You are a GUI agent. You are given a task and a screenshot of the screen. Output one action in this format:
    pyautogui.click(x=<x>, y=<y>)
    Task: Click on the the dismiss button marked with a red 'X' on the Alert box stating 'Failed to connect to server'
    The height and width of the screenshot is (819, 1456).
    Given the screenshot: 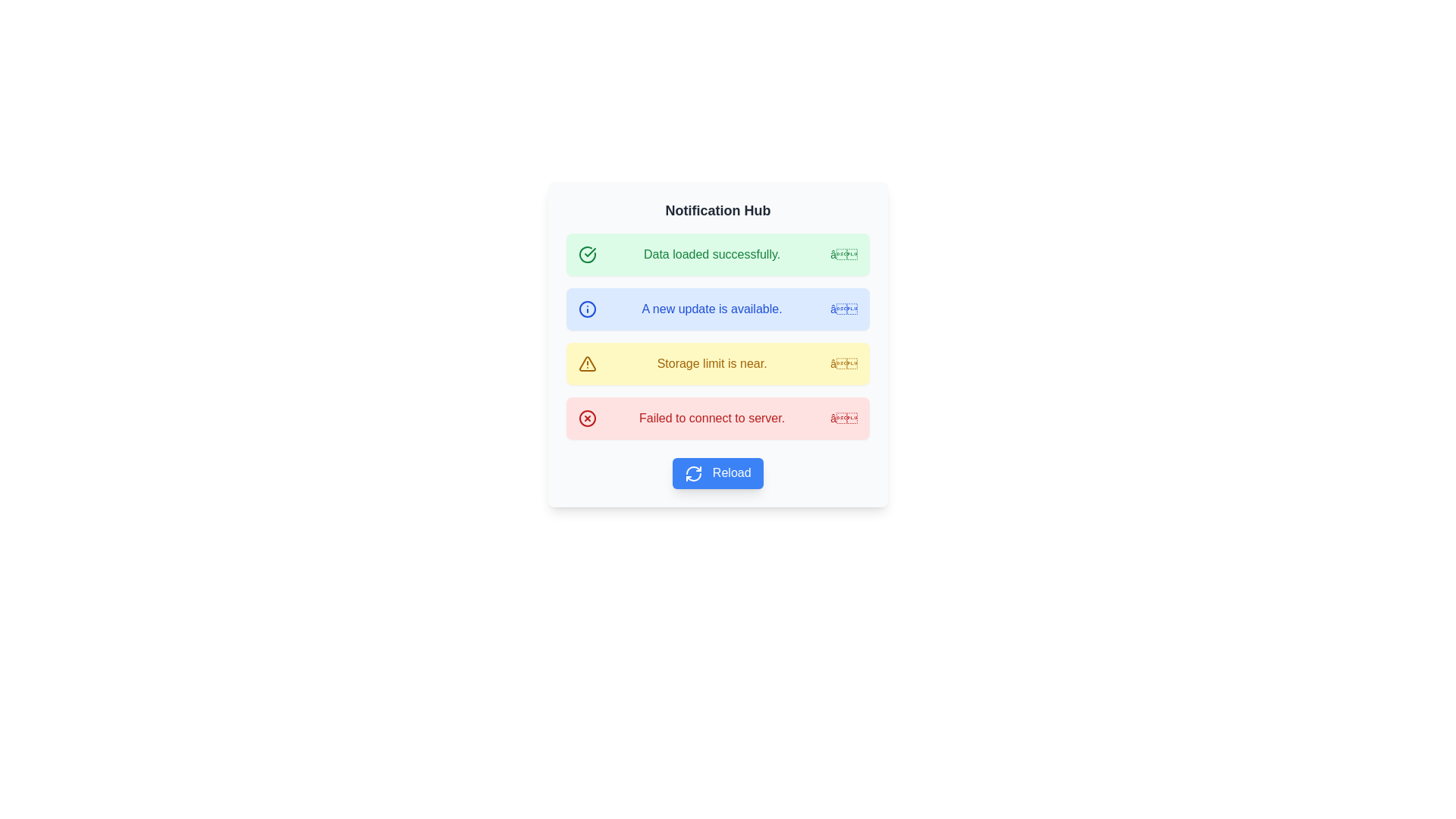 What is the action you would take?
    pyautogui.click(x=717, y=418)
    